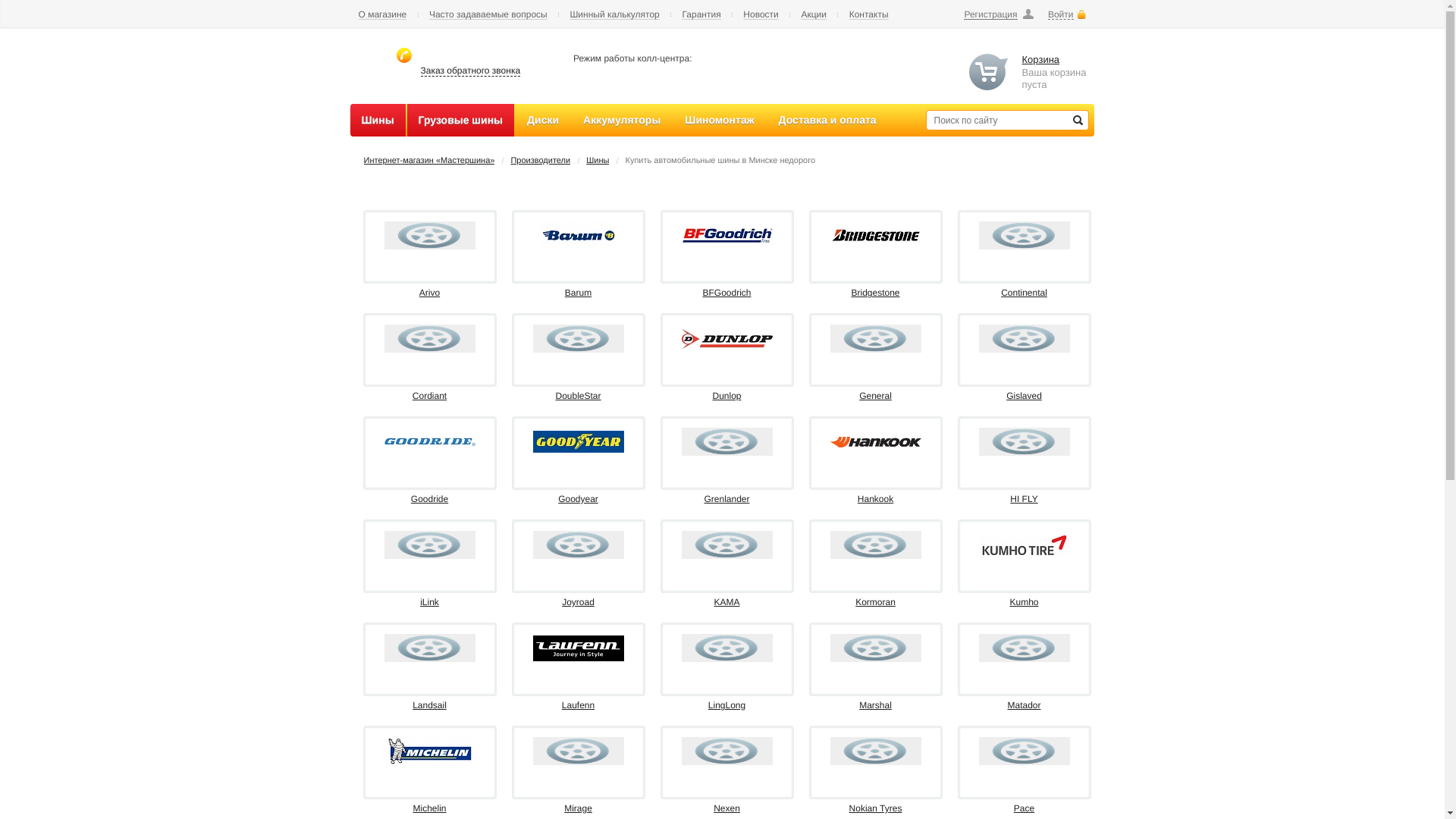  Describe the element at coordinates (1023, 544) in the screenshot. I see `'Kumho'` at that location.